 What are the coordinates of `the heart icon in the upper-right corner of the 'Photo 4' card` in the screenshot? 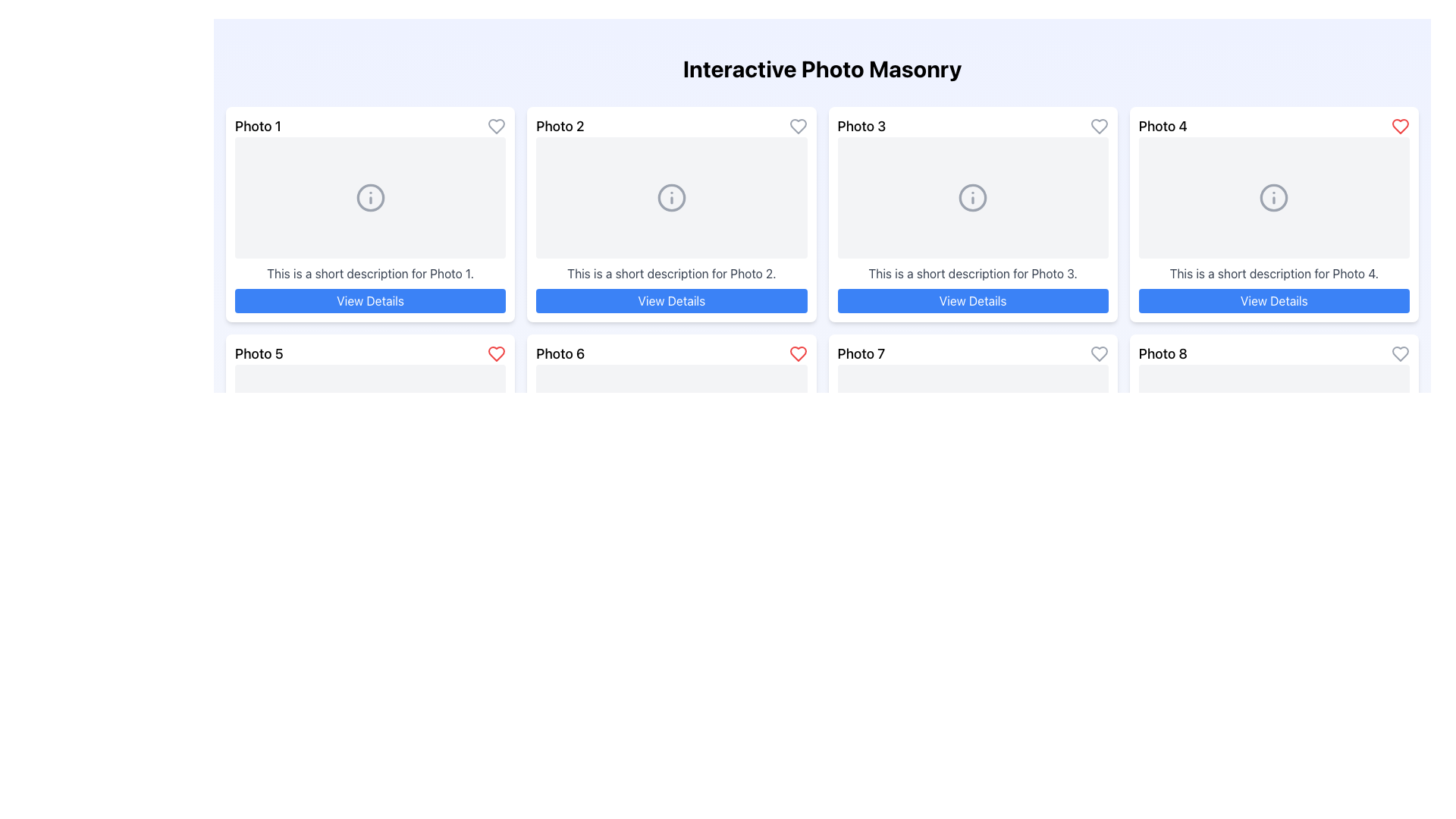 It's located at (1400, 125).